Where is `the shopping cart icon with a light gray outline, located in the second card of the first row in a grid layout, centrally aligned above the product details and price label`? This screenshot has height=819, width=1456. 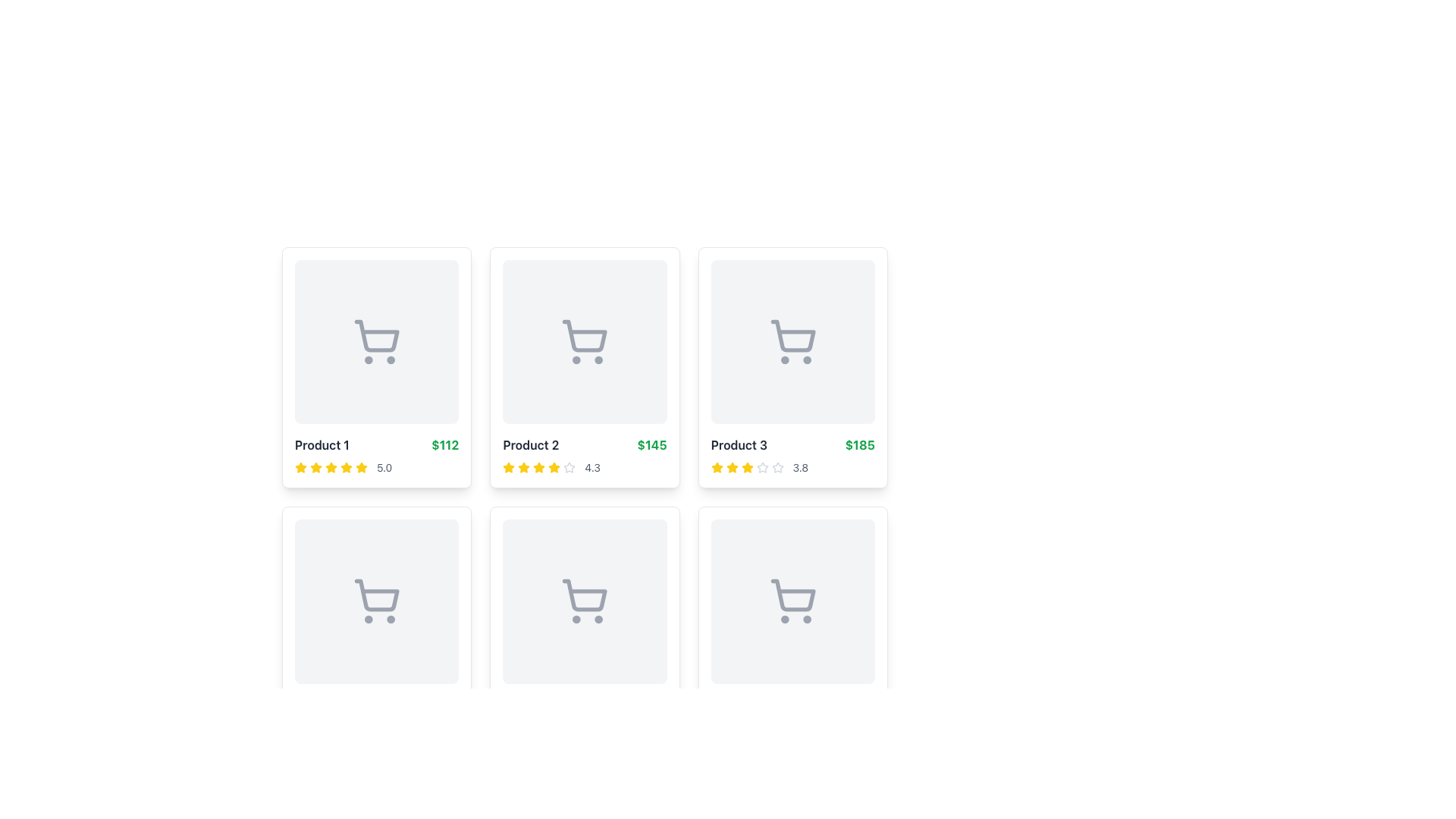
the shopping cart icon with a light gray outline, located in the second card of the first row in a grid layout, centrally aligned above the product details and price label is located at coordinates (584, 342).